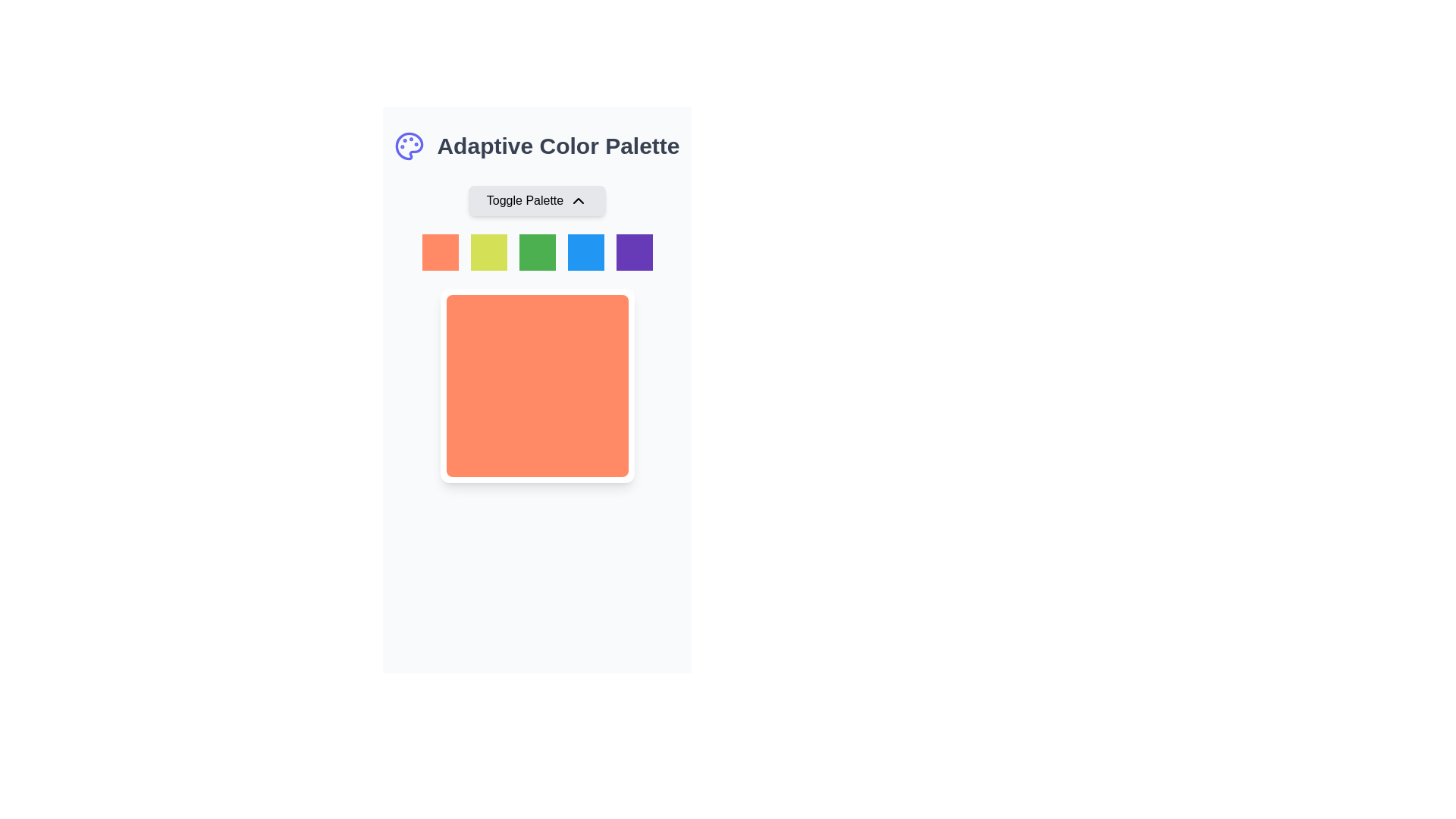  I want to click on the third green square swatch in the row of color swatches, so click(537, 251).